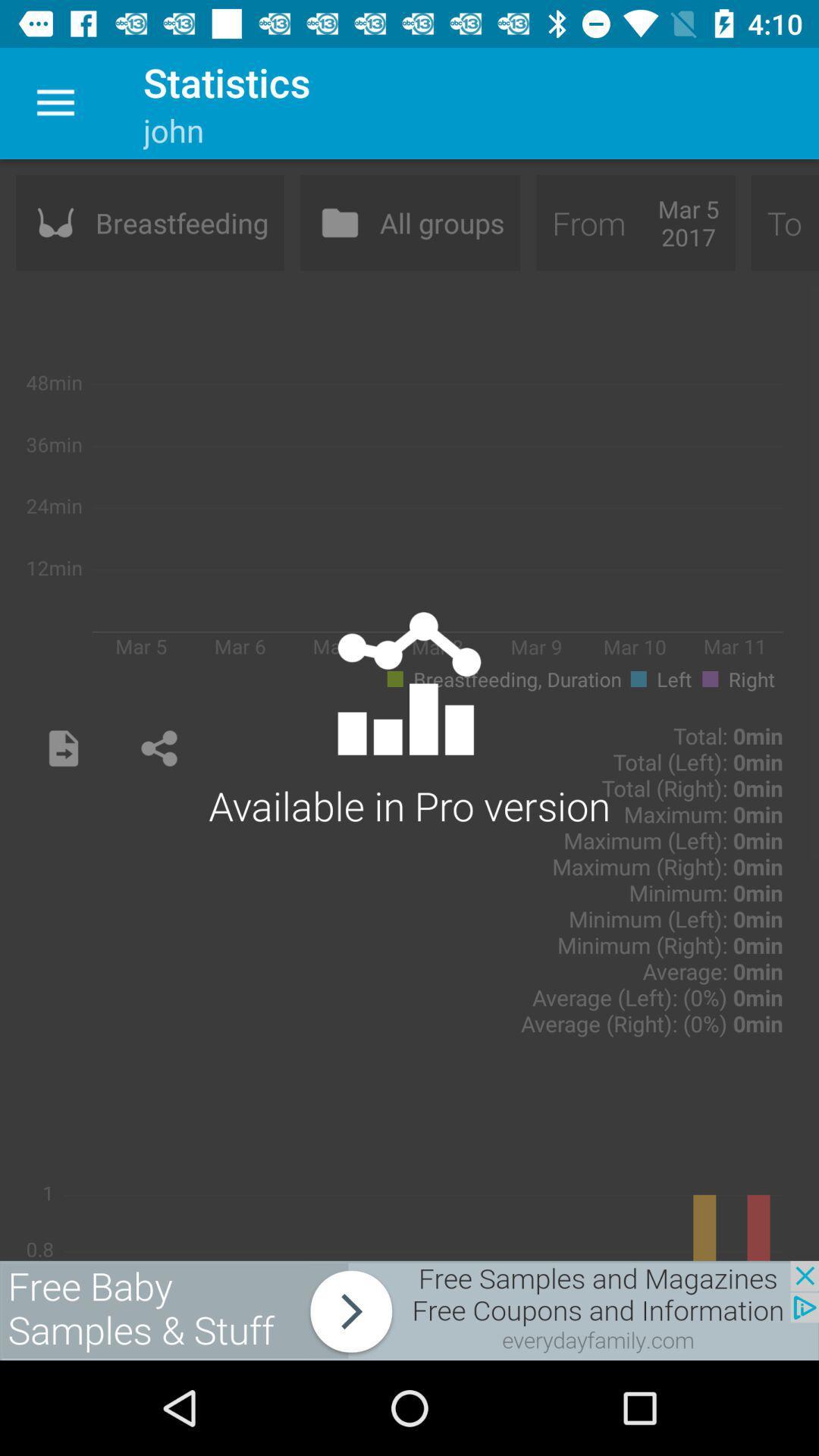  I want to click on the description icon, so click(63, 748).